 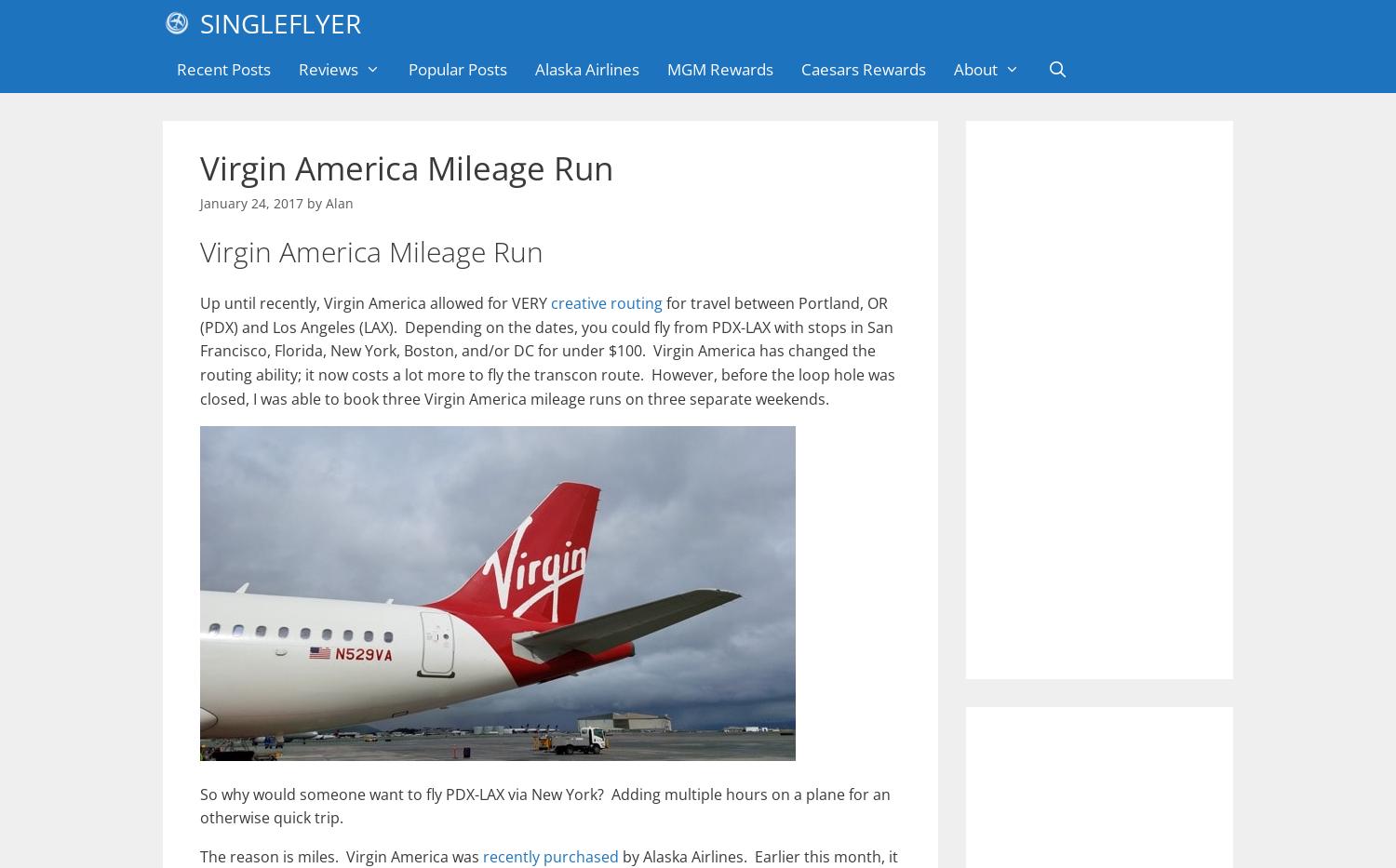 What do you see at coordinates (586, 69) in the screenshot?
I see `'Alaska Airlines'` at bounding box center [586, 69].